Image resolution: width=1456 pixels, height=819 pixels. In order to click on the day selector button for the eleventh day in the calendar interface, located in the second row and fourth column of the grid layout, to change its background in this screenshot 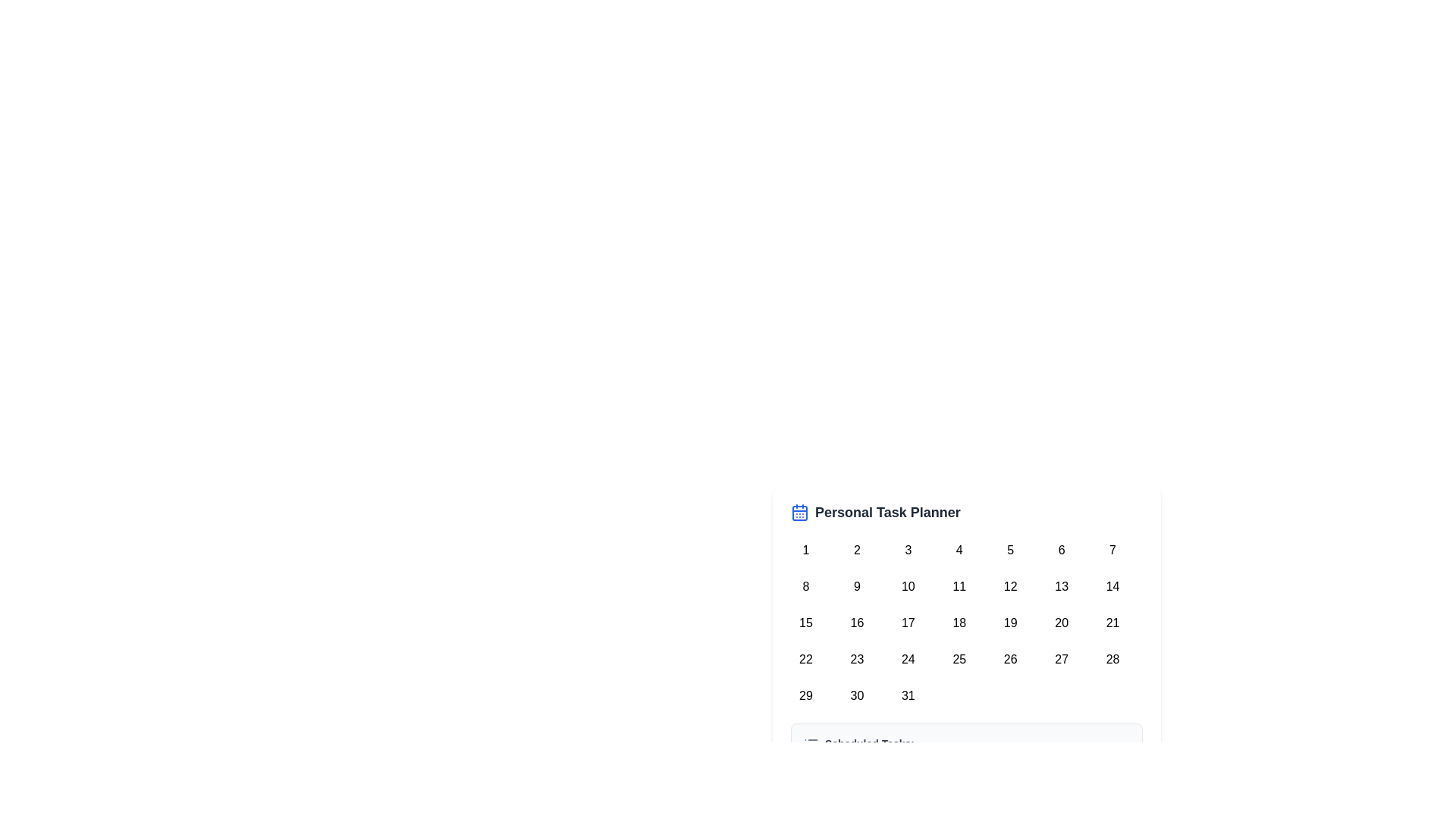, I will do `click(959, 586)`.